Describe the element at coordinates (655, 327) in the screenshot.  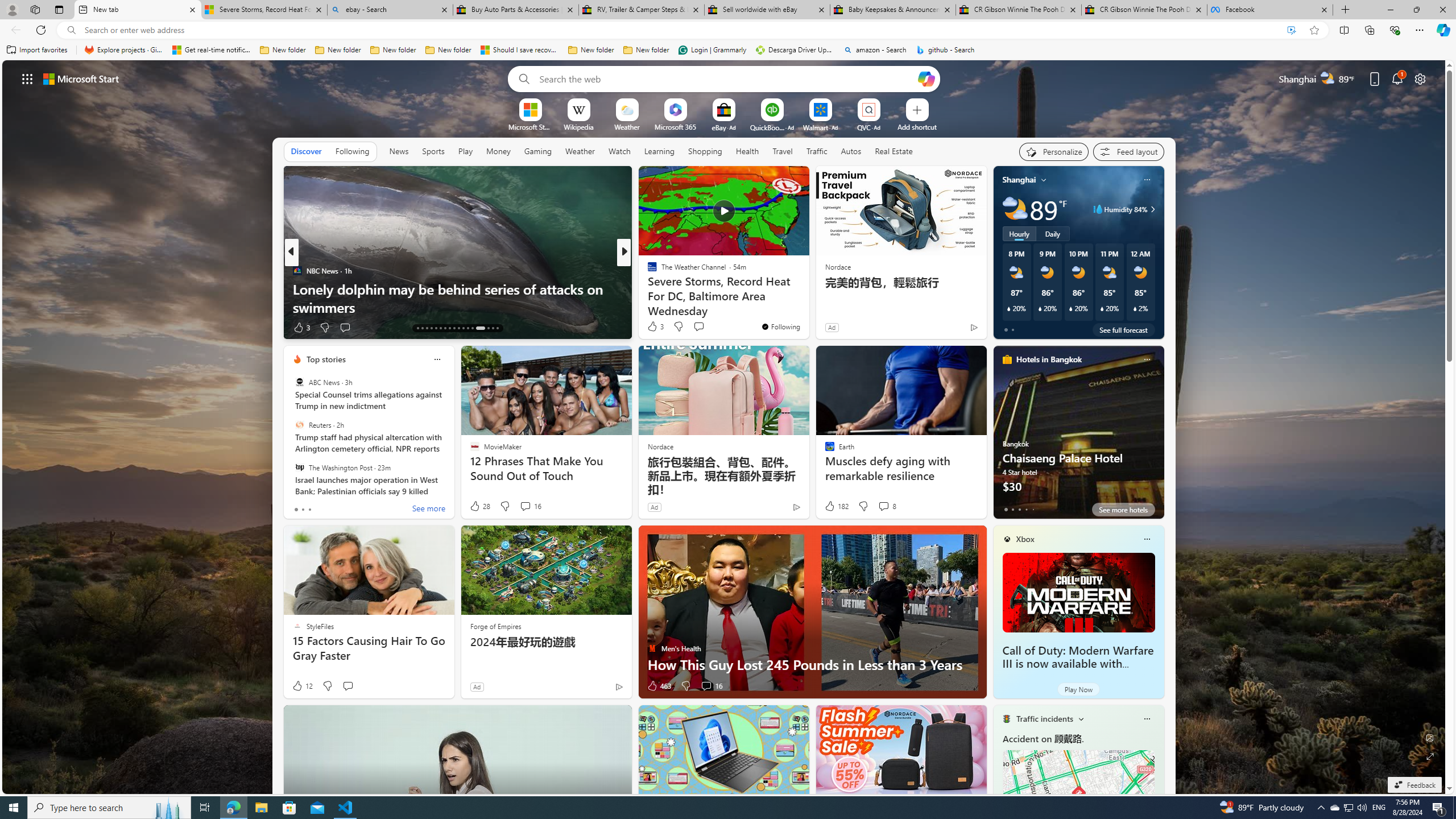
I see `'116 Like'` at that location.